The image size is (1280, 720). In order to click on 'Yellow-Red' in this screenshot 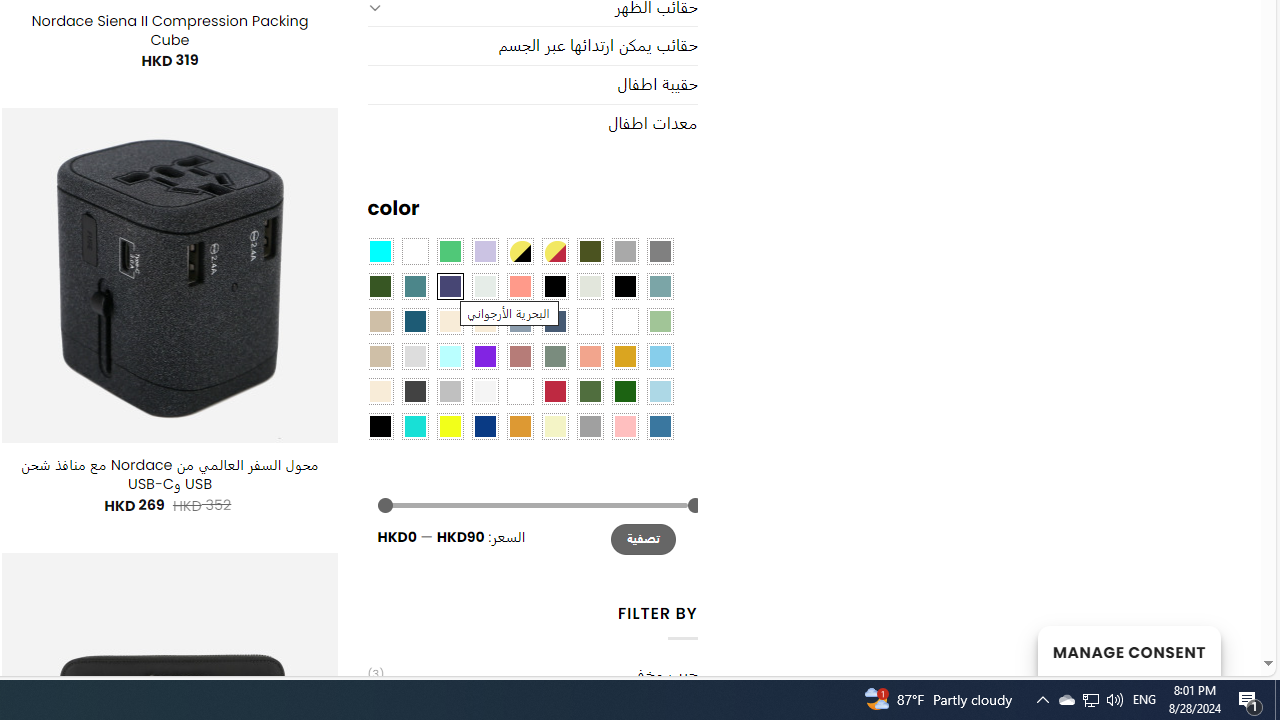, I will do `click(554, 250)`.